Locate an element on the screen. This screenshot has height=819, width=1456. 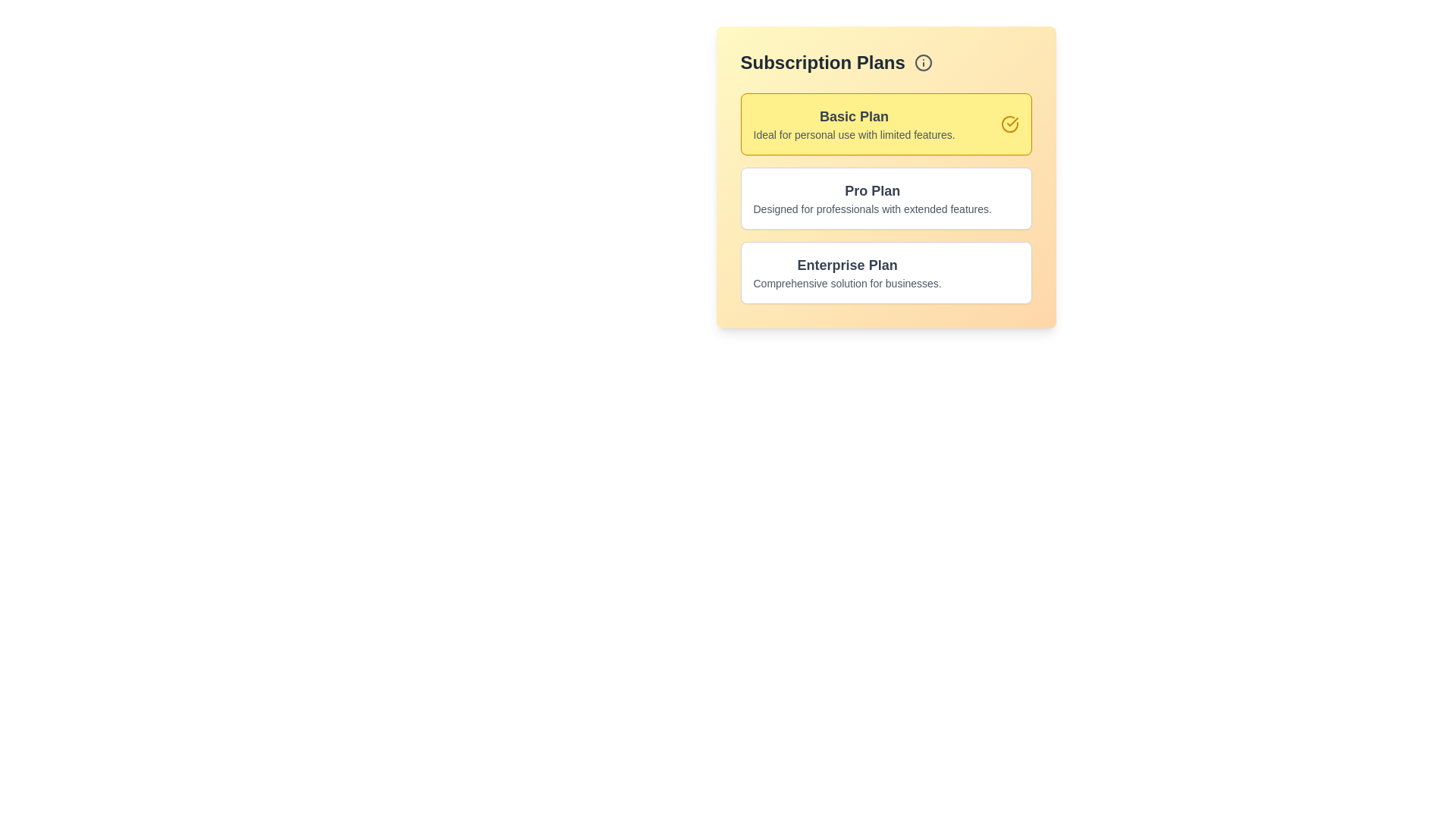
the additional details text for the 'Basic Plan', which is centrally aligned and provides information about its features is located at coordinates (854, 133).